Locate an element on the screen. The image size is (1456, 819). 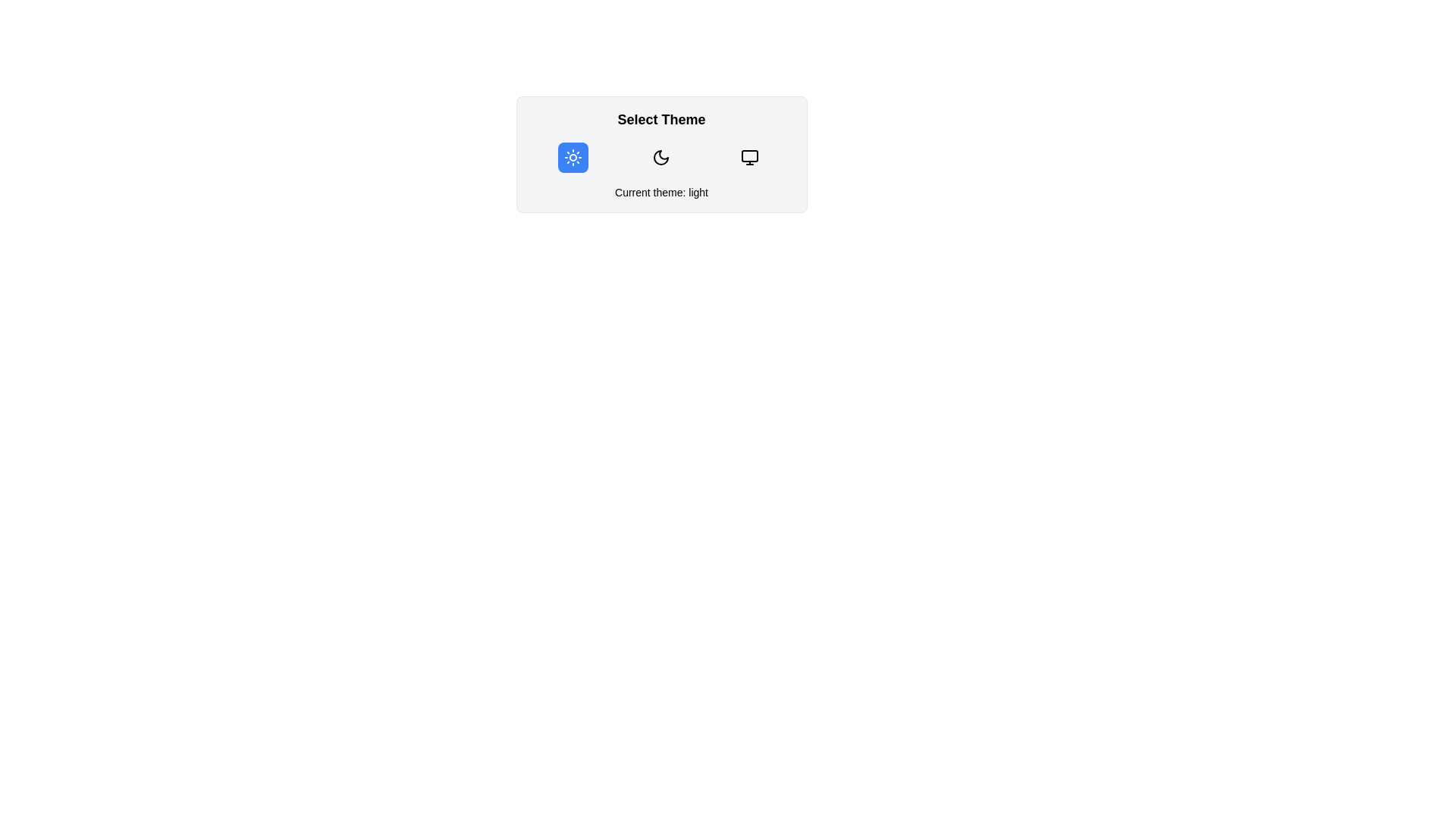
the 'Sun' theme icon located on the leftmost side of the theme selection group is located at coordinates (572, 158).